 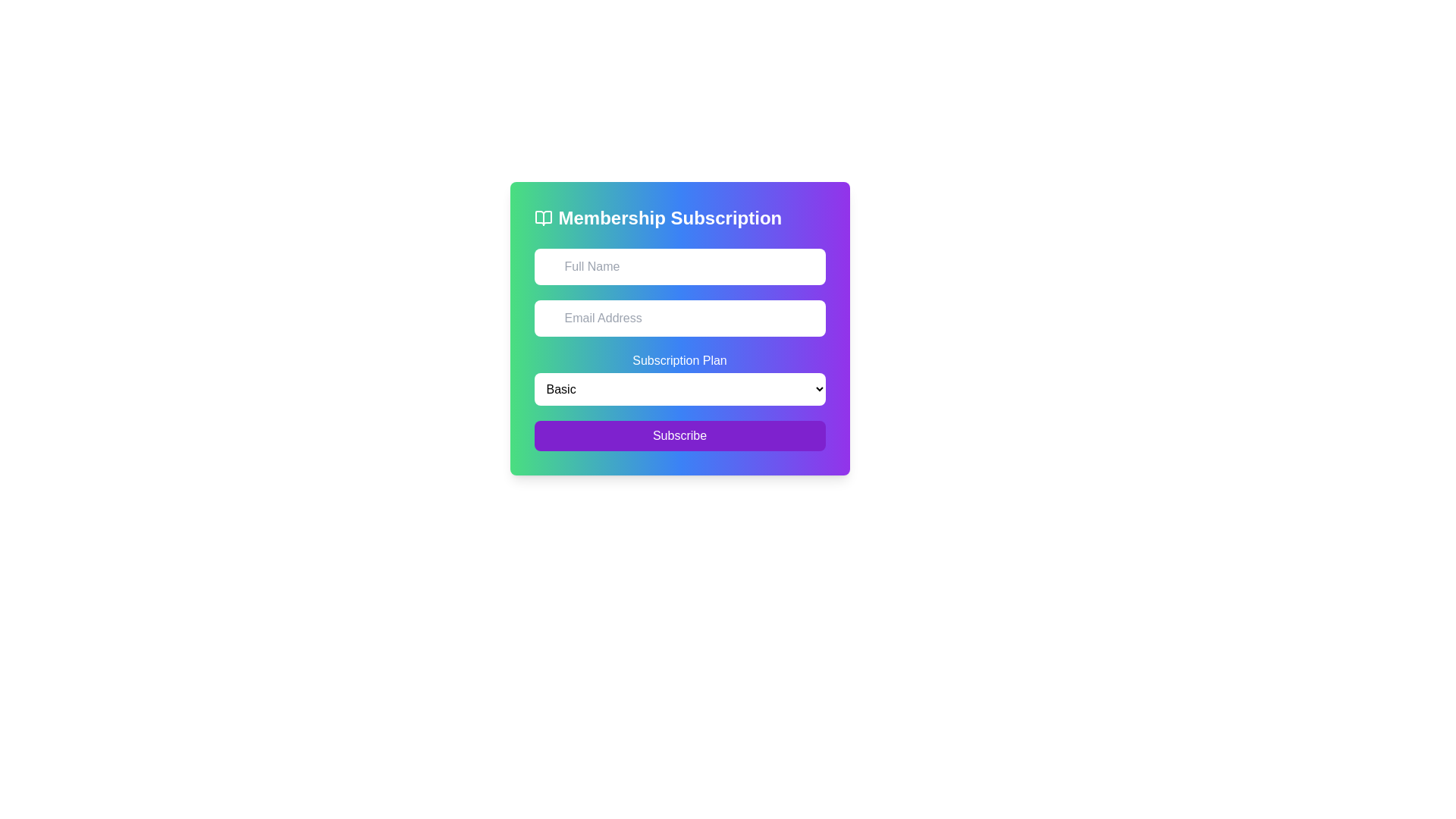 I want to click on an option from the 'Subscription Plan' dropdown menu, which is visually identified by its white background and black text, displaying 'Basic' as the default selection, so click(x=679, y=378).